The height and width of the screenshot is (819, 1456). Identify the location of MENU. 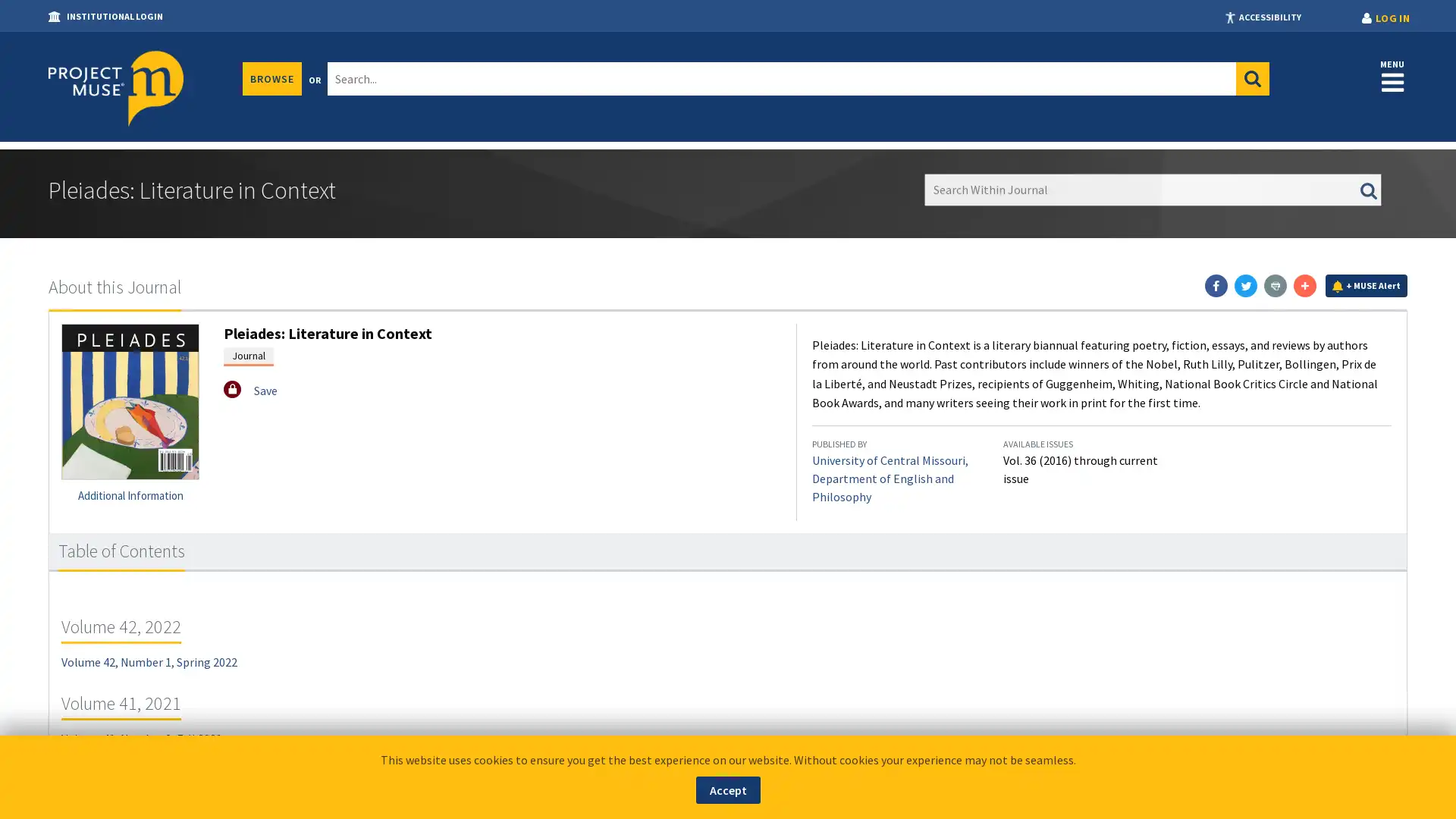
(1392, 75).